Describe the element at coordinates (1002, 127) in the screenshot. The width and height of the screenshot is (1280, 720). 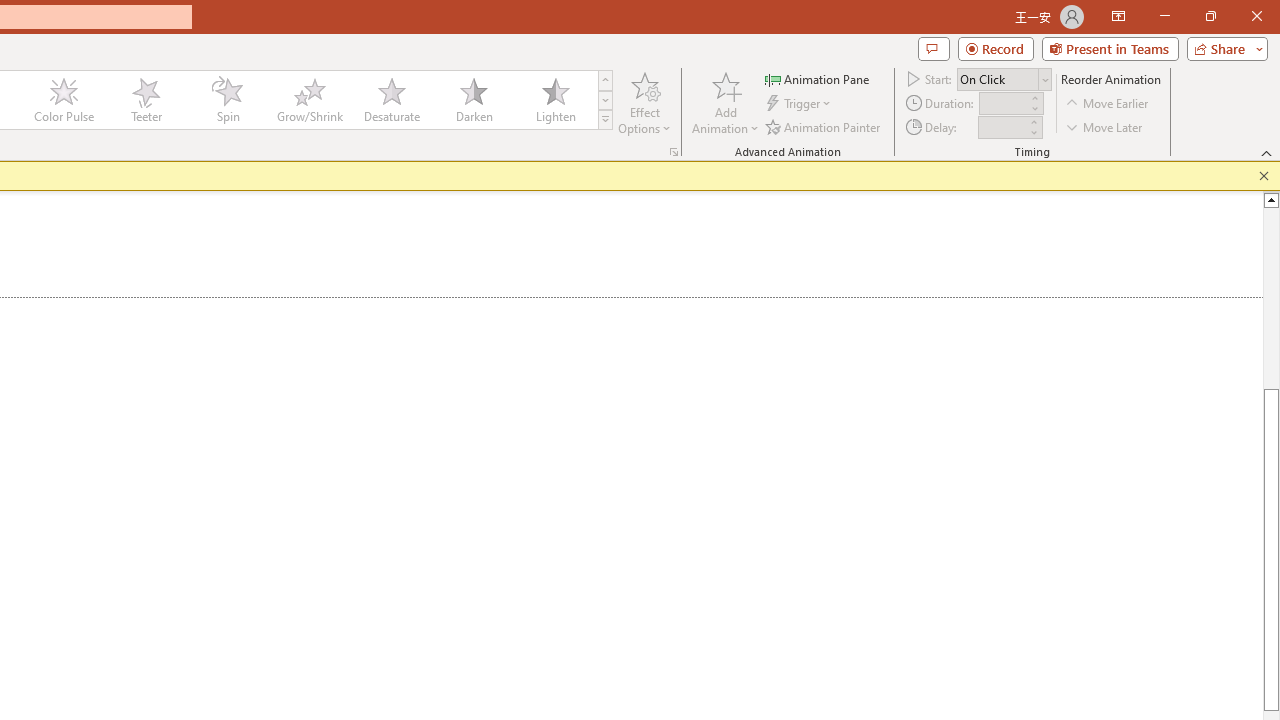
I see `'Animation Delay'` at that location.